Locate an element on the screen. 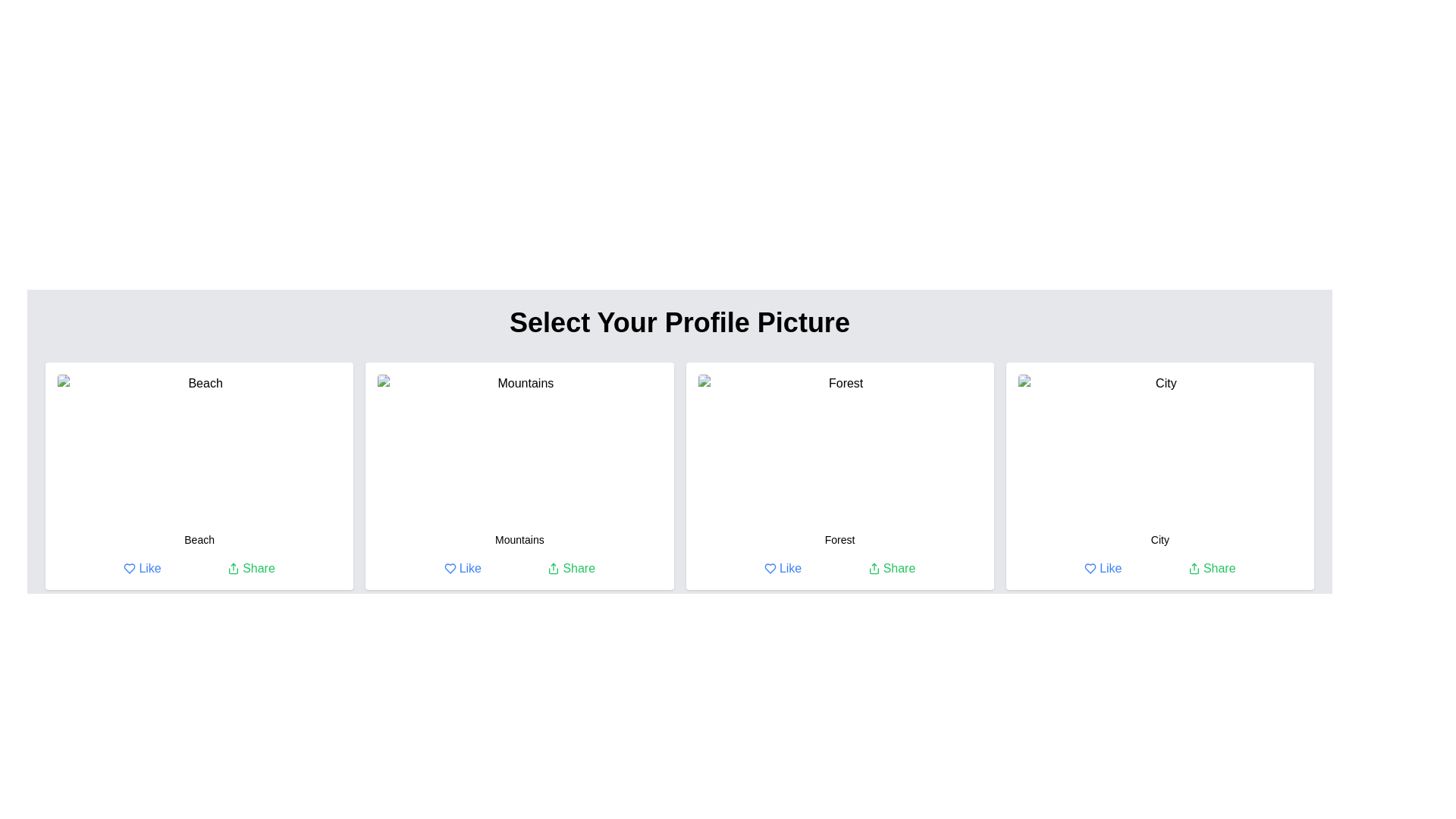  the 'Like' button with a blue text label and heart icon located at the bottom-left corner of the 'Mountains' card, above the 'Share' button is located at coordinates (461, 568).